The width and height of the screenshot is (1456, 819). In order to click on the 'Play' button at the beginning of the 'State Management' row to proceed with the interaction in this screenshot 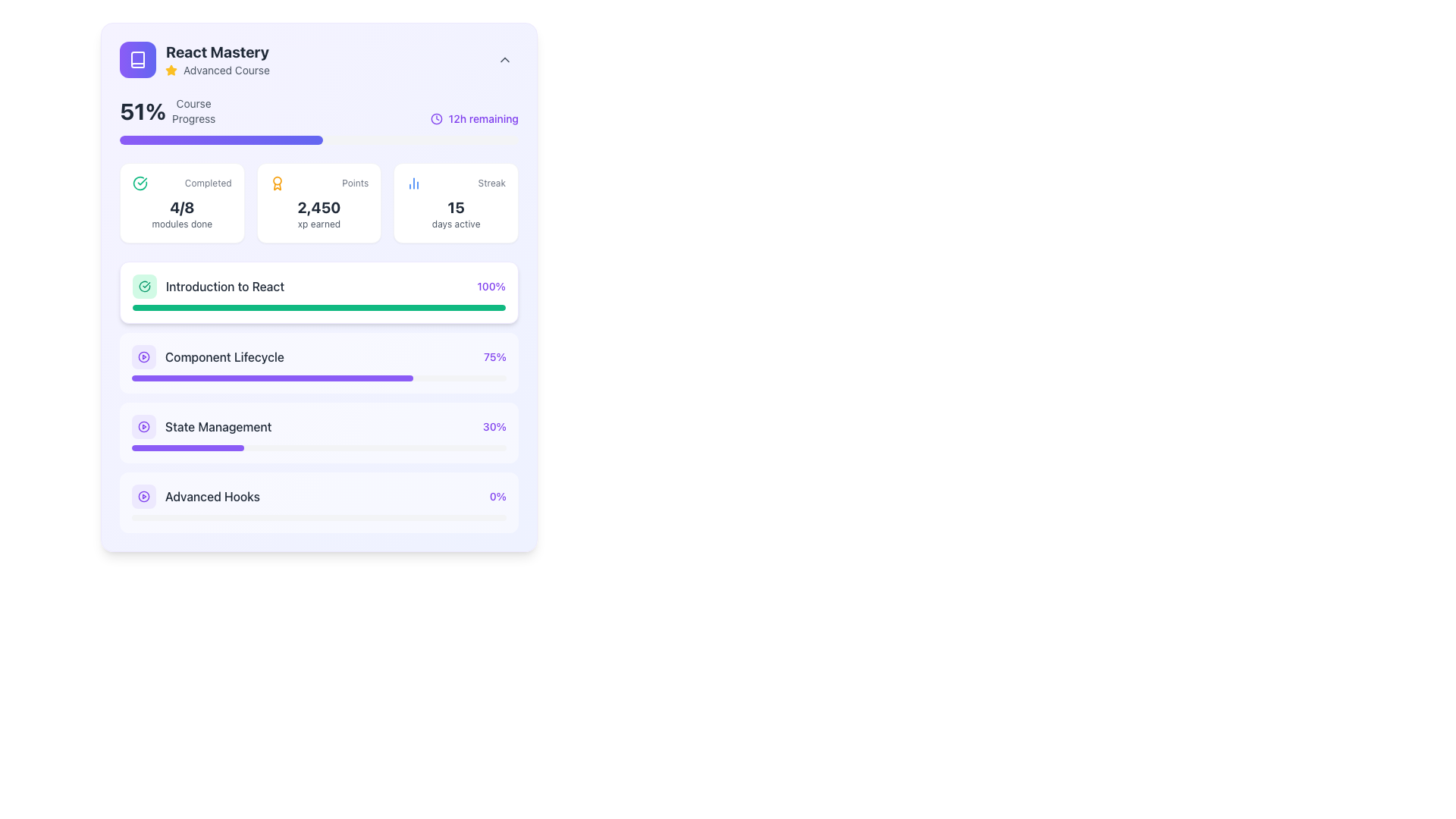, I will do `click(144, 427)`.